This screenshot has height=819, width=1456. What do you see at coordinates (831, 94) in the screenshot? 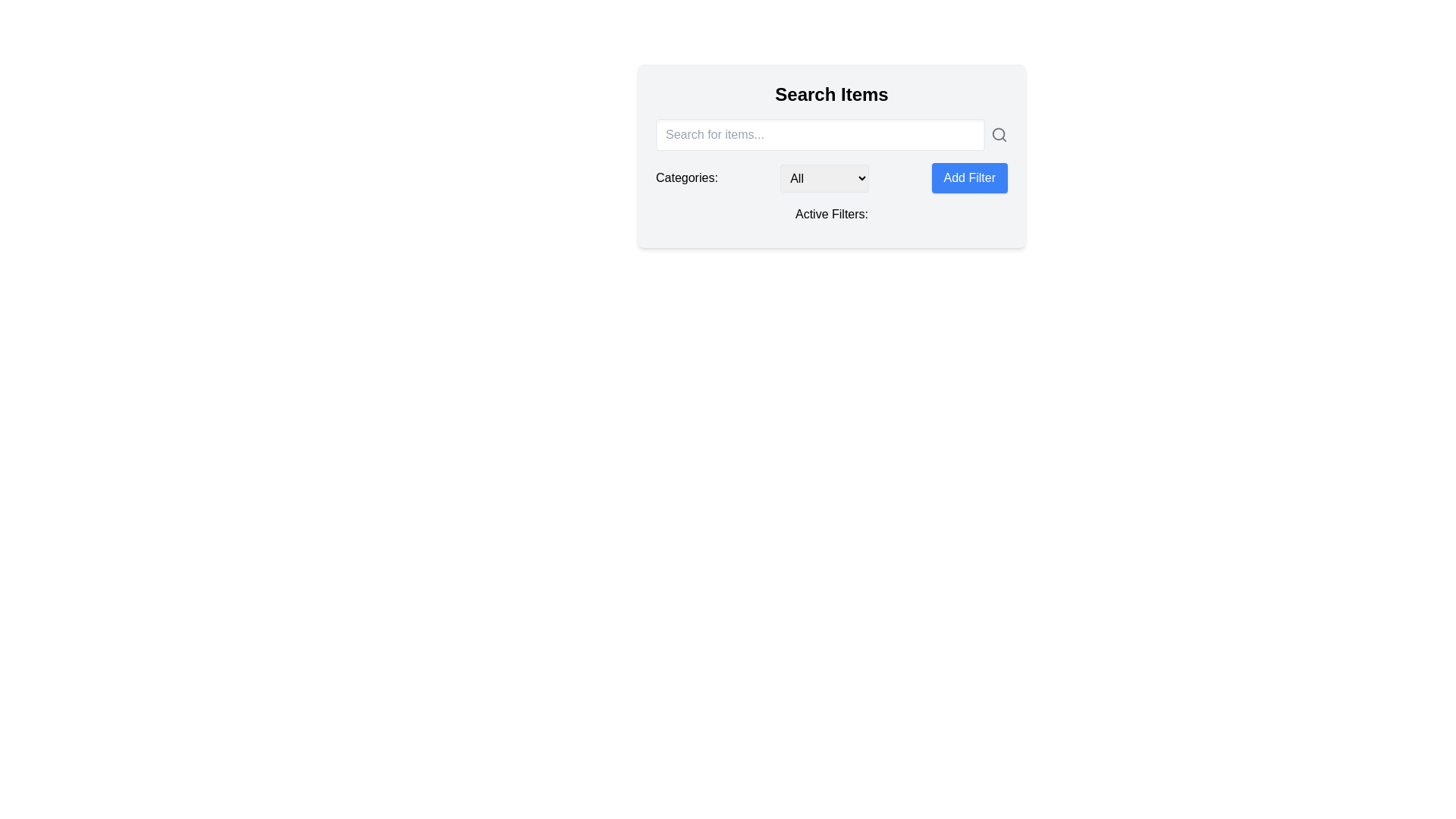
I see `the prominently displayed text label 'Search Items', which is styled in bold, large typography and located at the top of a card-like section` at bounding box center [831, 94].